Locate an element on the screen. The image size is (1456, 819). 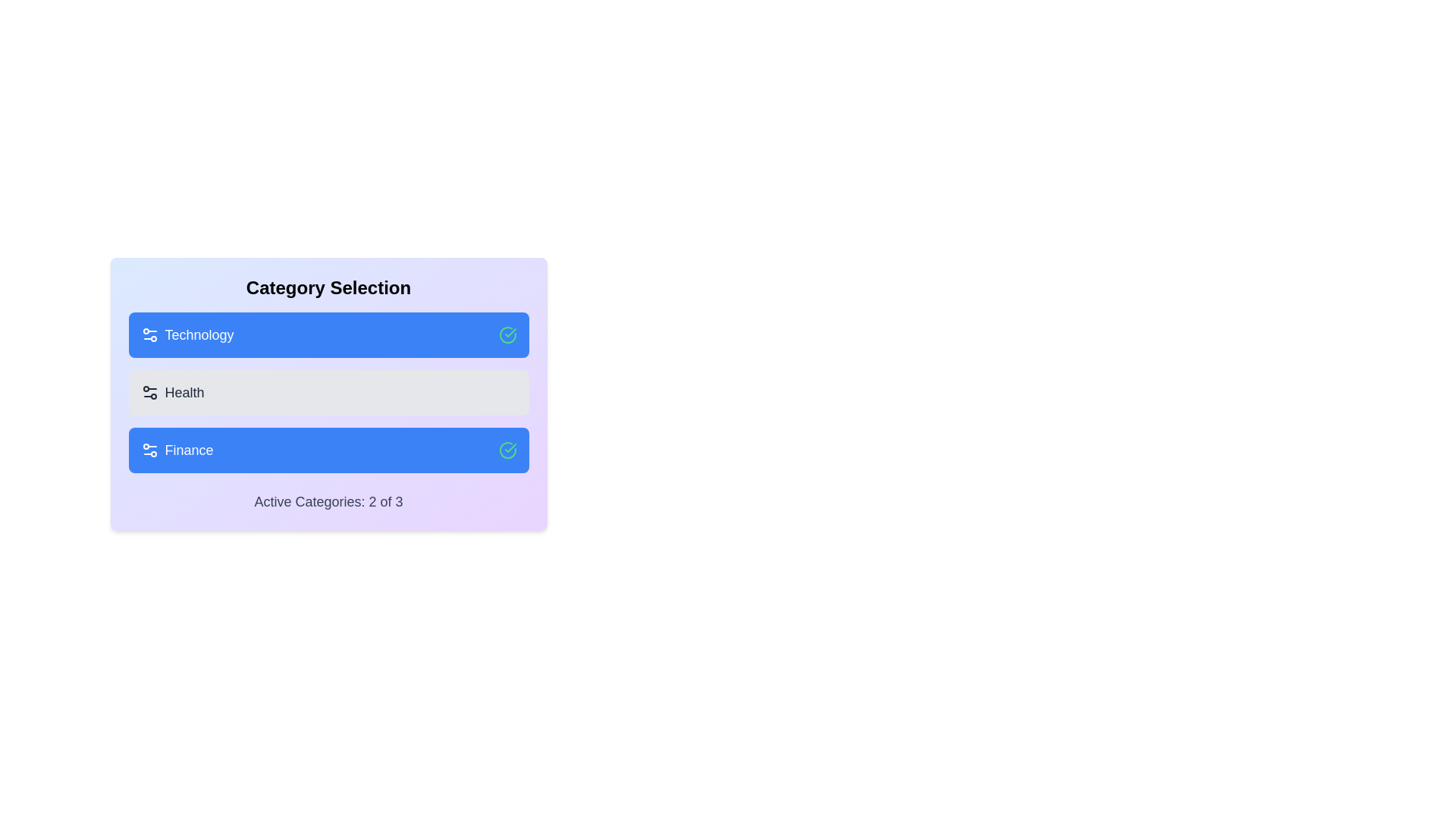
the 'Health' category to toggle its active state is located at coordinates (328, 391).